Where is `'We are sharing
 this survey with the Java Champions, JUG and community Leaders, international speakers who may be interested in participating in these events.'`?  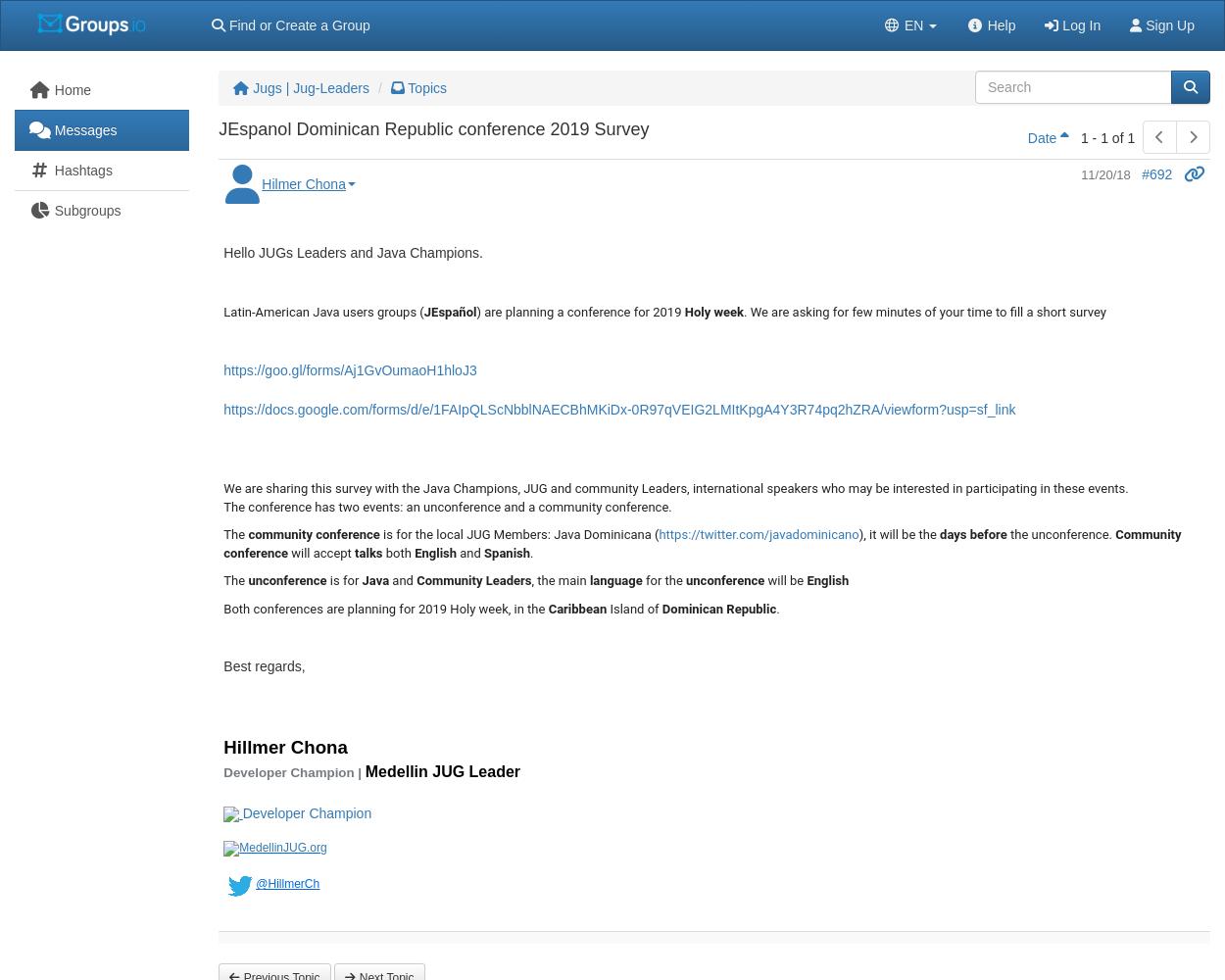 'We are sharing
 this survey with the Java Champions, JUG and community Leaders, international speakers who may be interested in participating in these events.' is located at coordinates (674, 487).